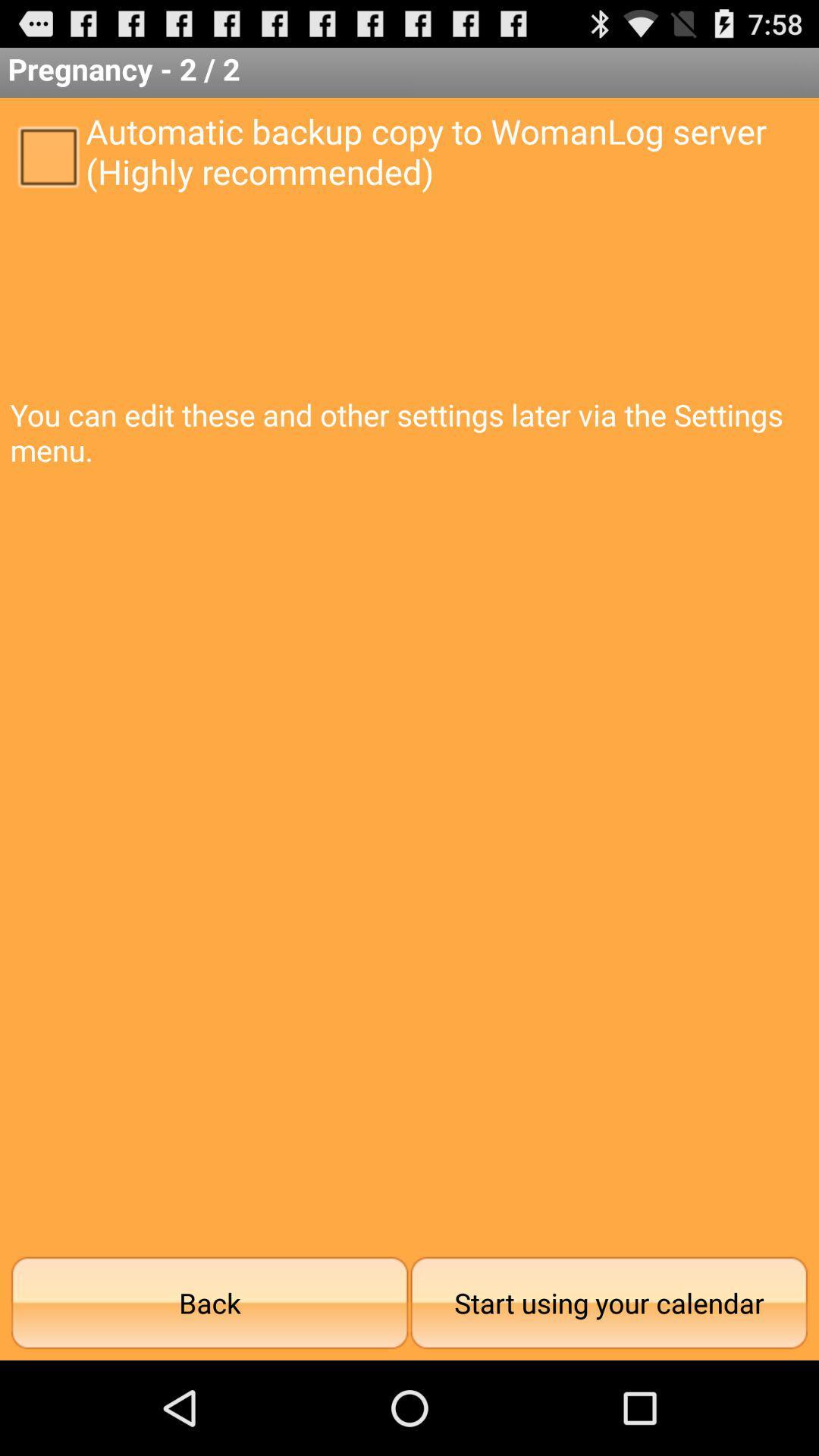  Describe the element at coordinates (608, 1302) in the screenshot. I see `icon next to the back item` at that location.